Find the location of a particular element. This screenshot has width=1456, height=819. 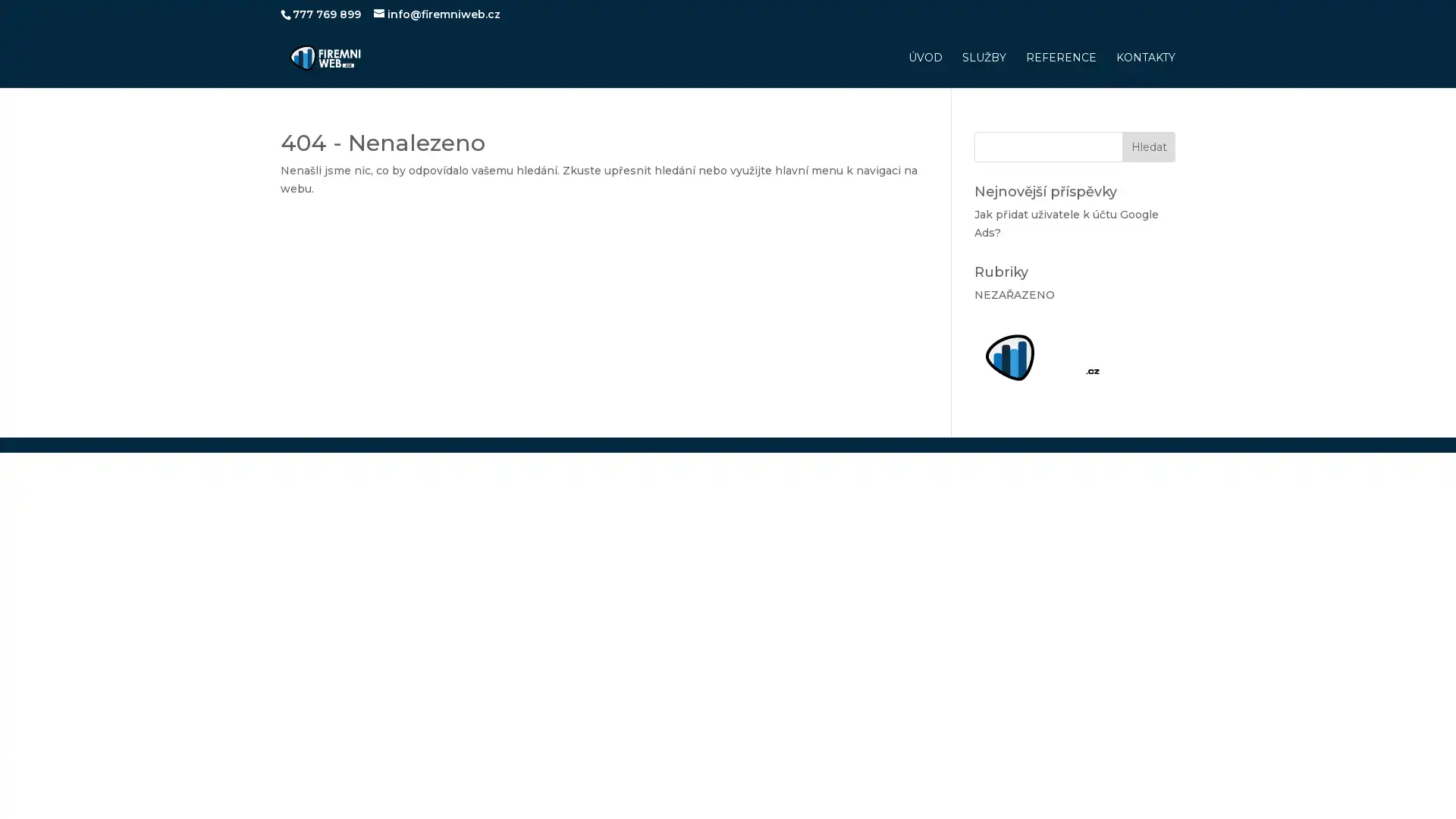

Hledat is located at coordinates (1149, 146).